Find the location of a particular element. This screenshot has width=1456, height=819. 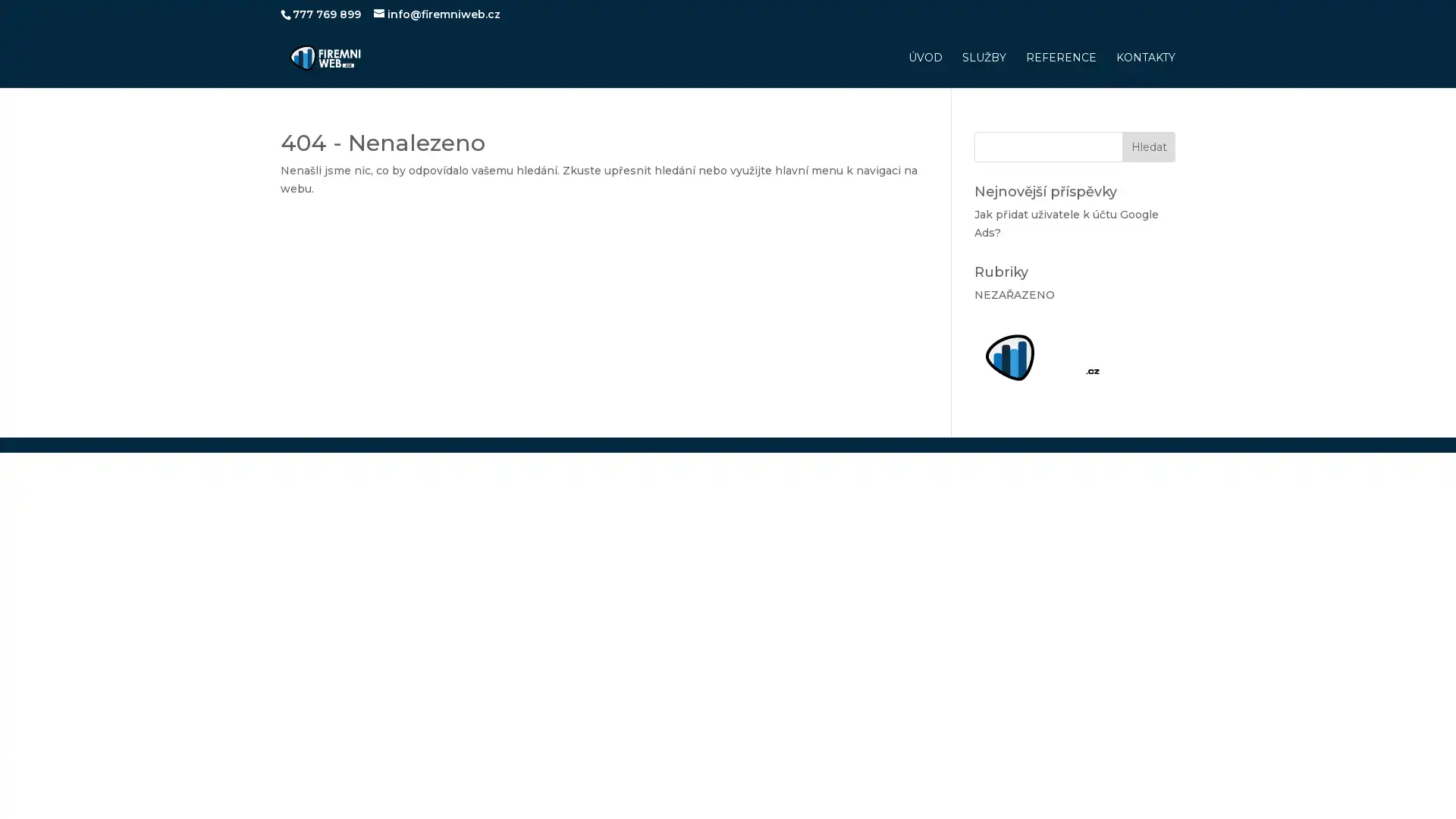

Hledat is located at coordinates (1149, 146).